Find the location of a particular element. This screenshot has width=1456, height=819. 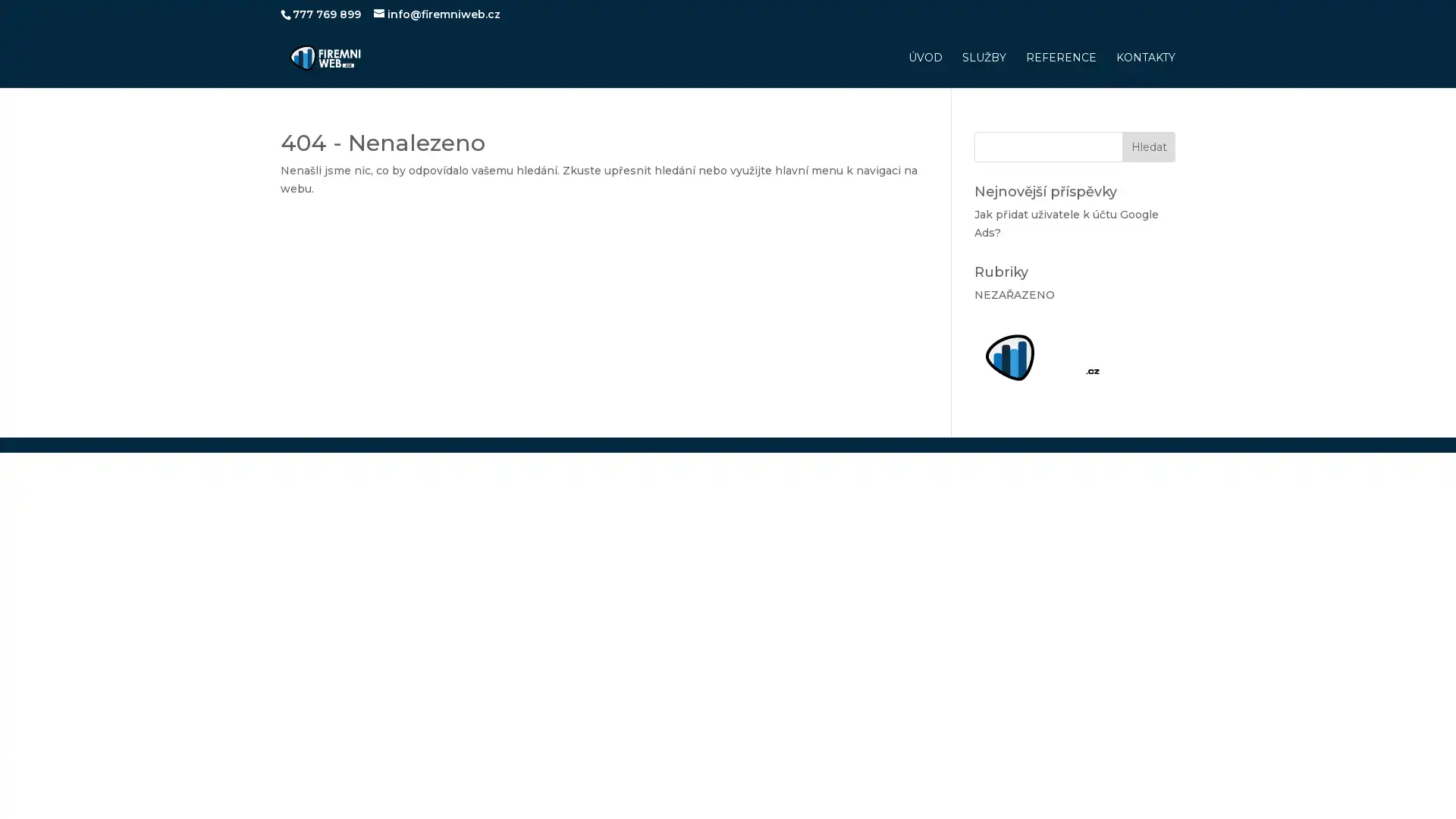

Hledat is located at coordinates (1149, 146).